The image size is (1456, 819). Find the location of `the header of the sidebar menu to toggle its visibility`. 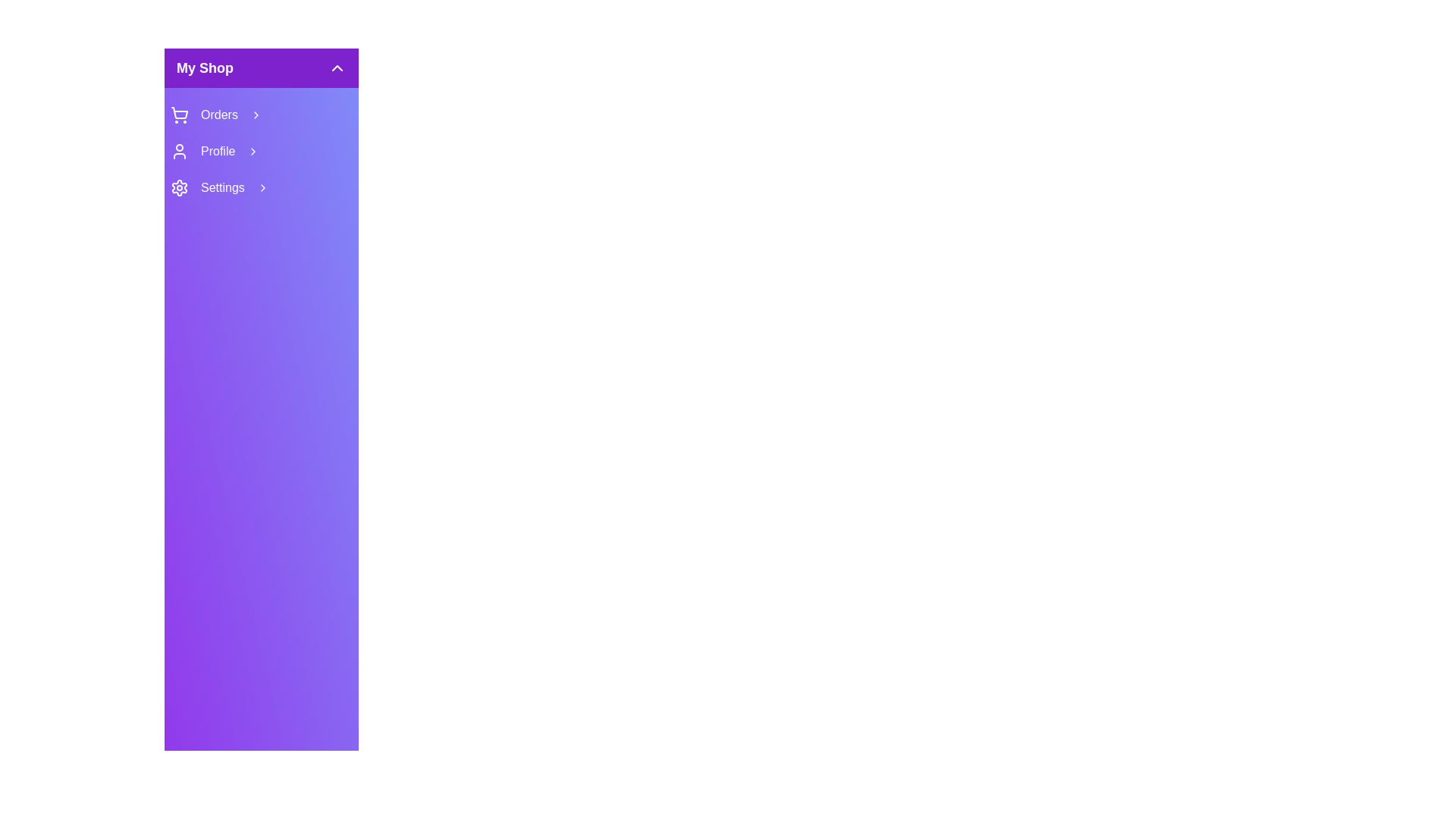

the header of the sidebar menu to toggle its visibility is located at coordinates (262, 67).